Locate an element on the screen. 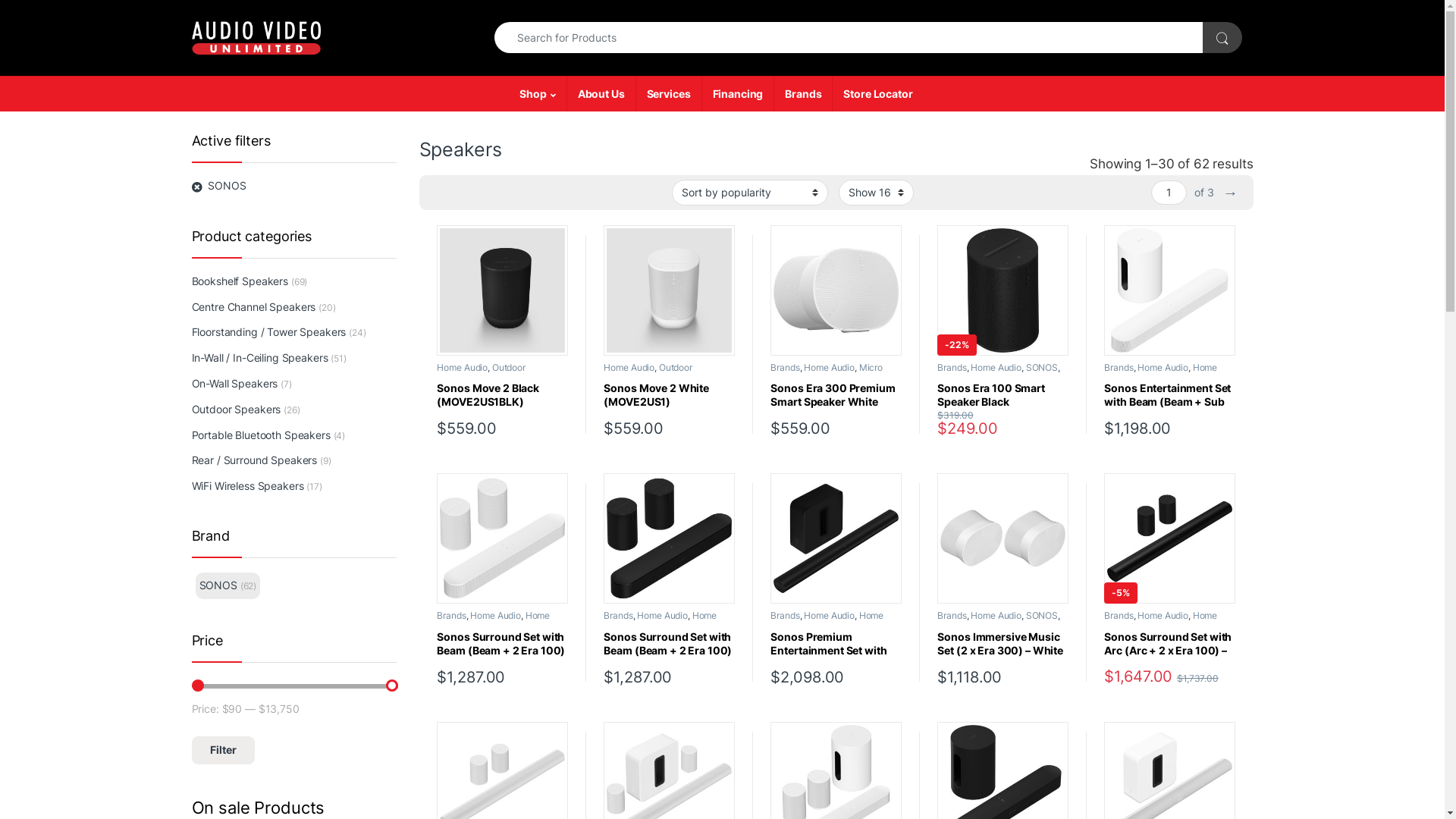  'On-Wall Speakers' is located at coordinates (233, 382).